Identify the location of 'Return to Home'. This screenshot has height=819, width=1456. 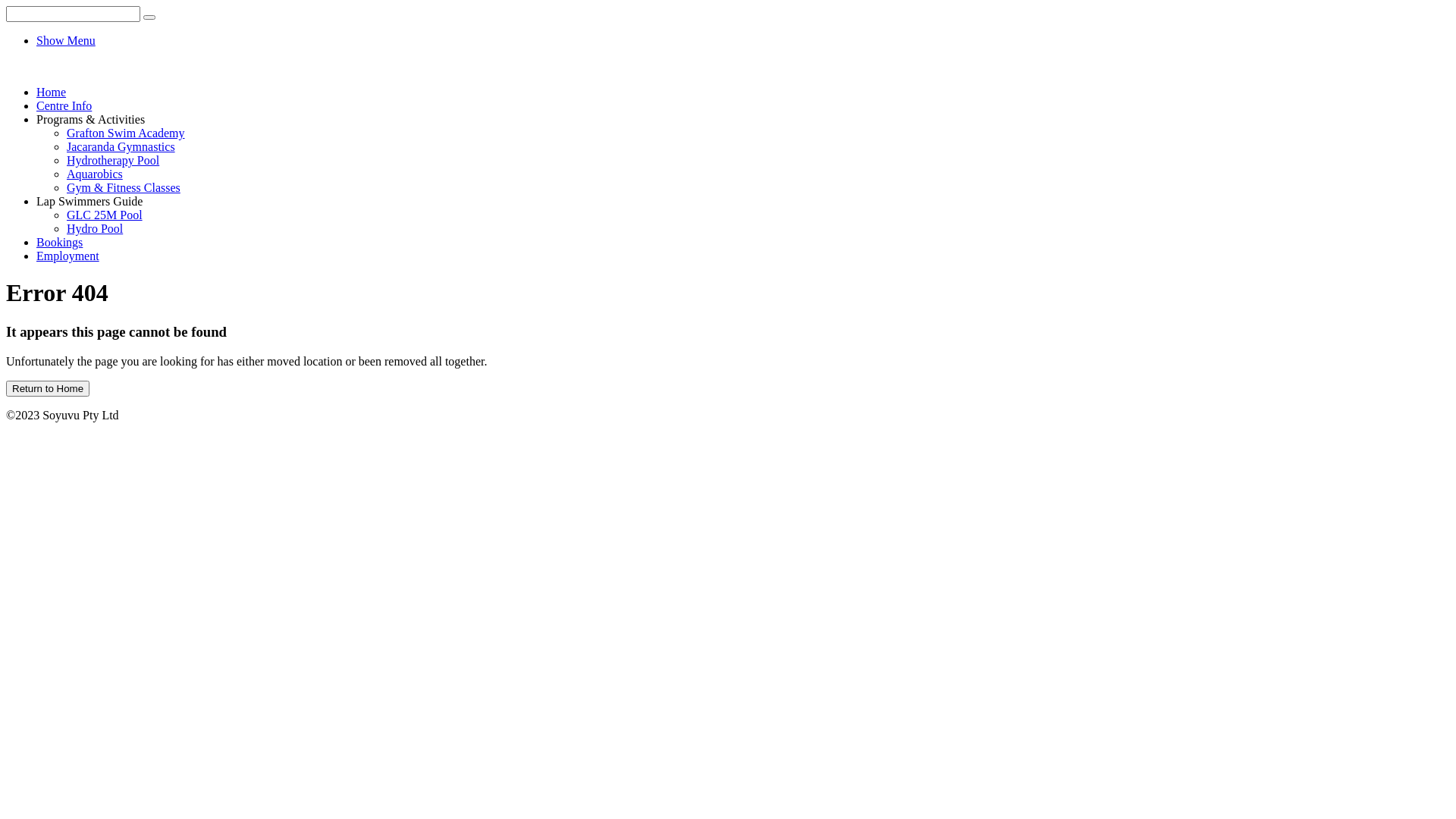
(47, 388).